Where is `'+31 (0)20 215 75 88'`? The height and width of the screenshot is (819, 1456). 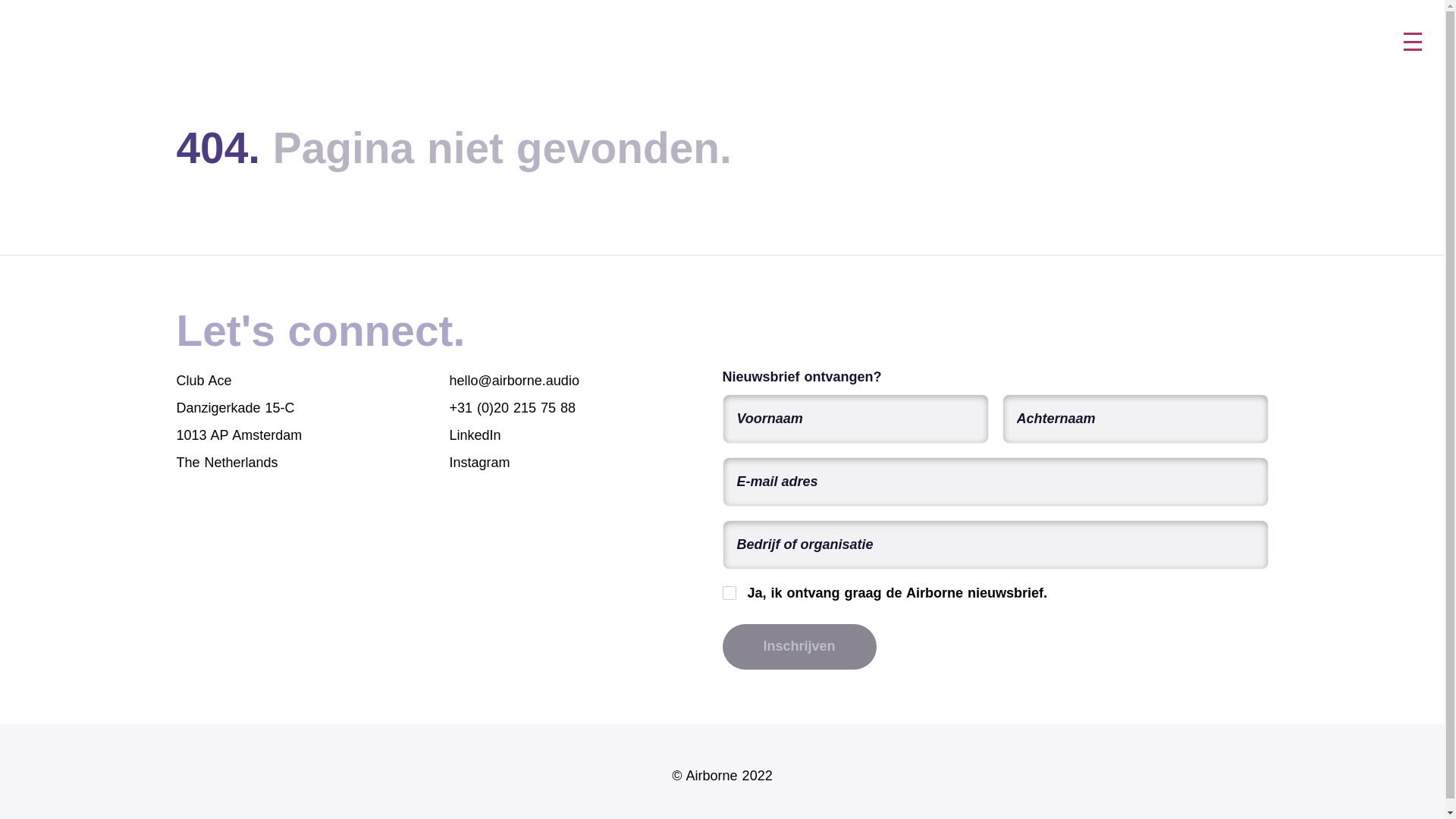
'+31 (0)20 215 75 88' is located at coordinates (512, 406).